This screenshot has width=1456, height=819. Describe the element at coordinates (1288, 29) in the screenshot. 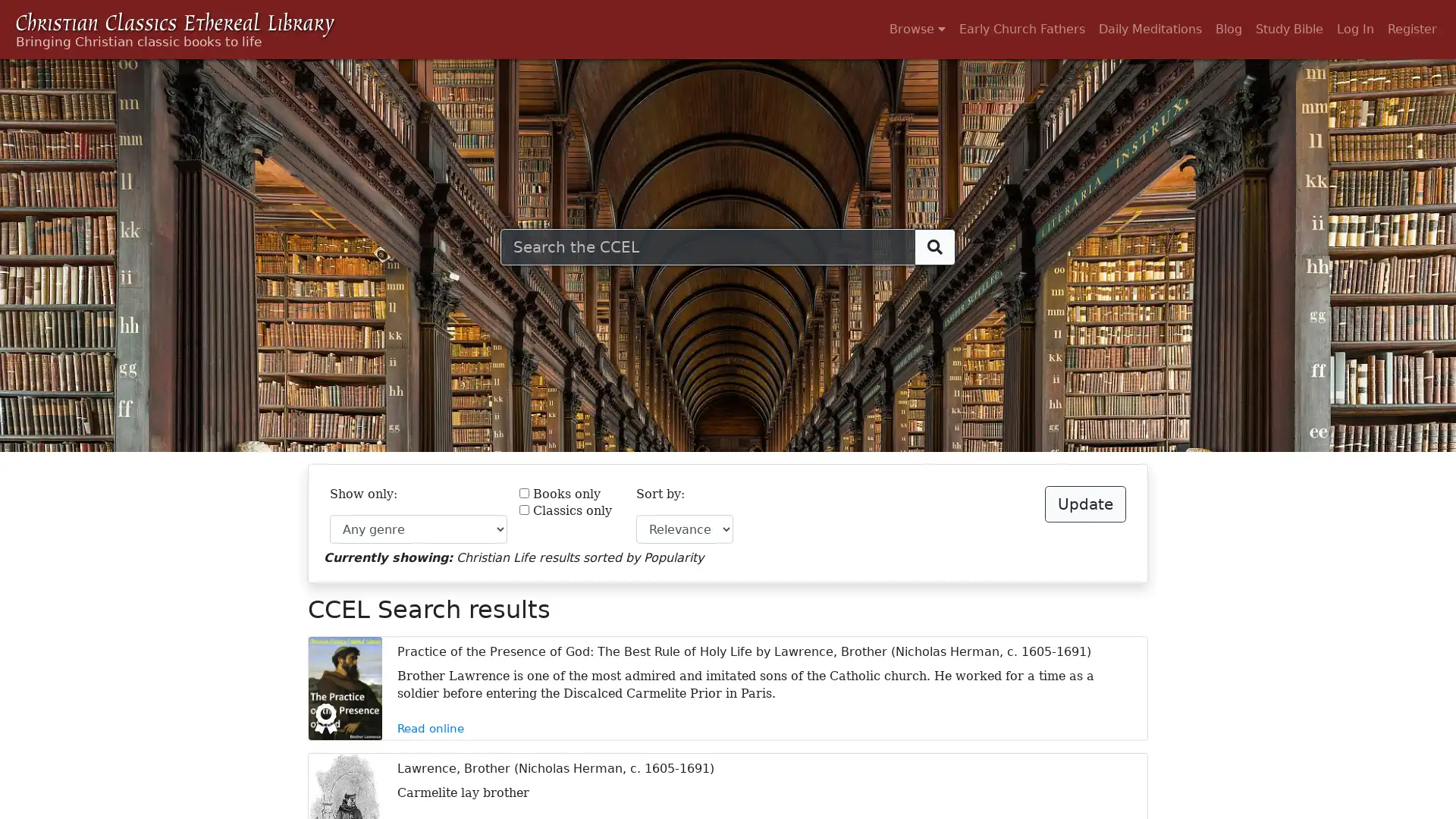

I see `Study Bible` at that location.